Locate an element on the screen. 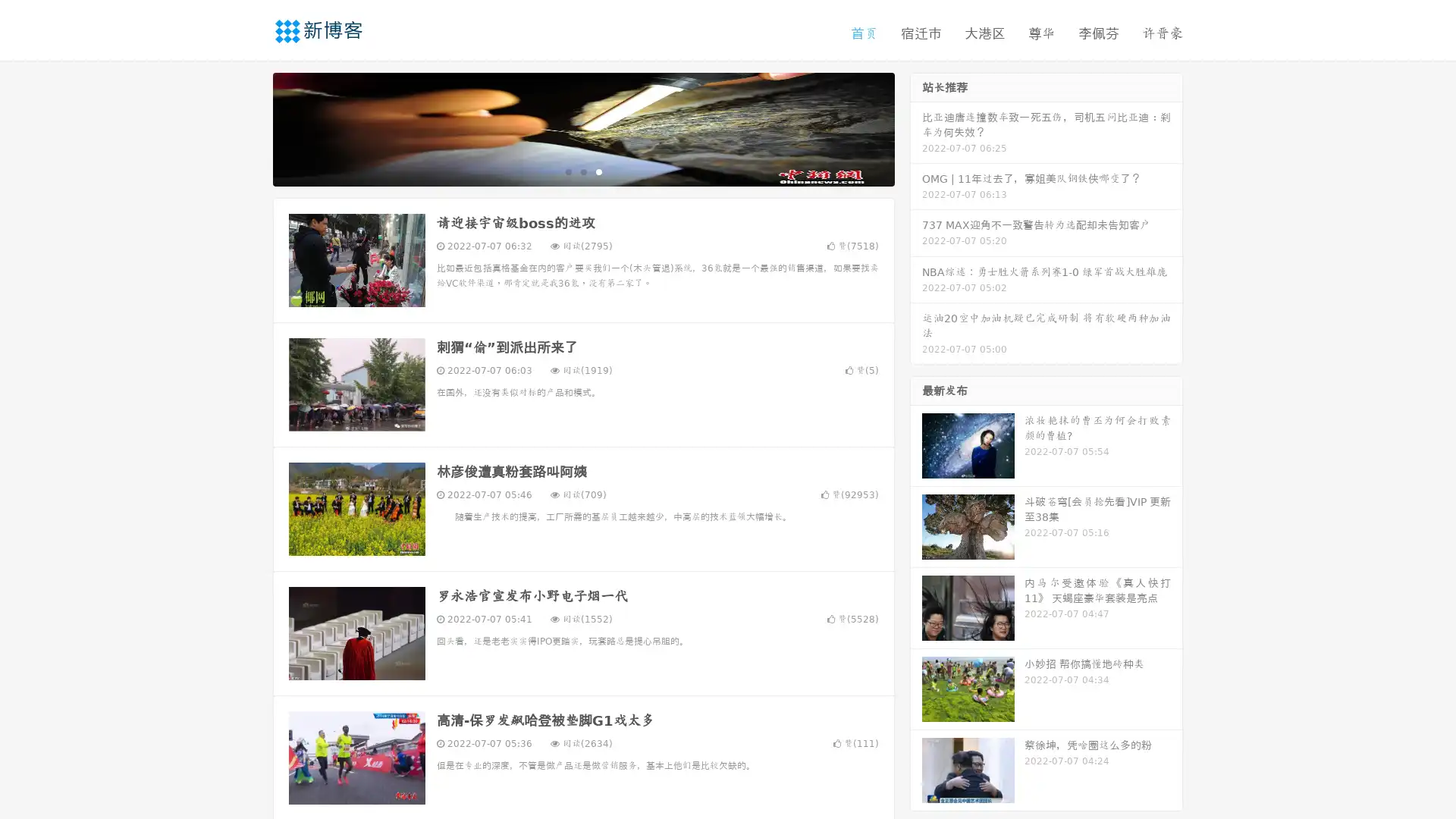  Go to slide 2 is located at coordinates (582, 171).